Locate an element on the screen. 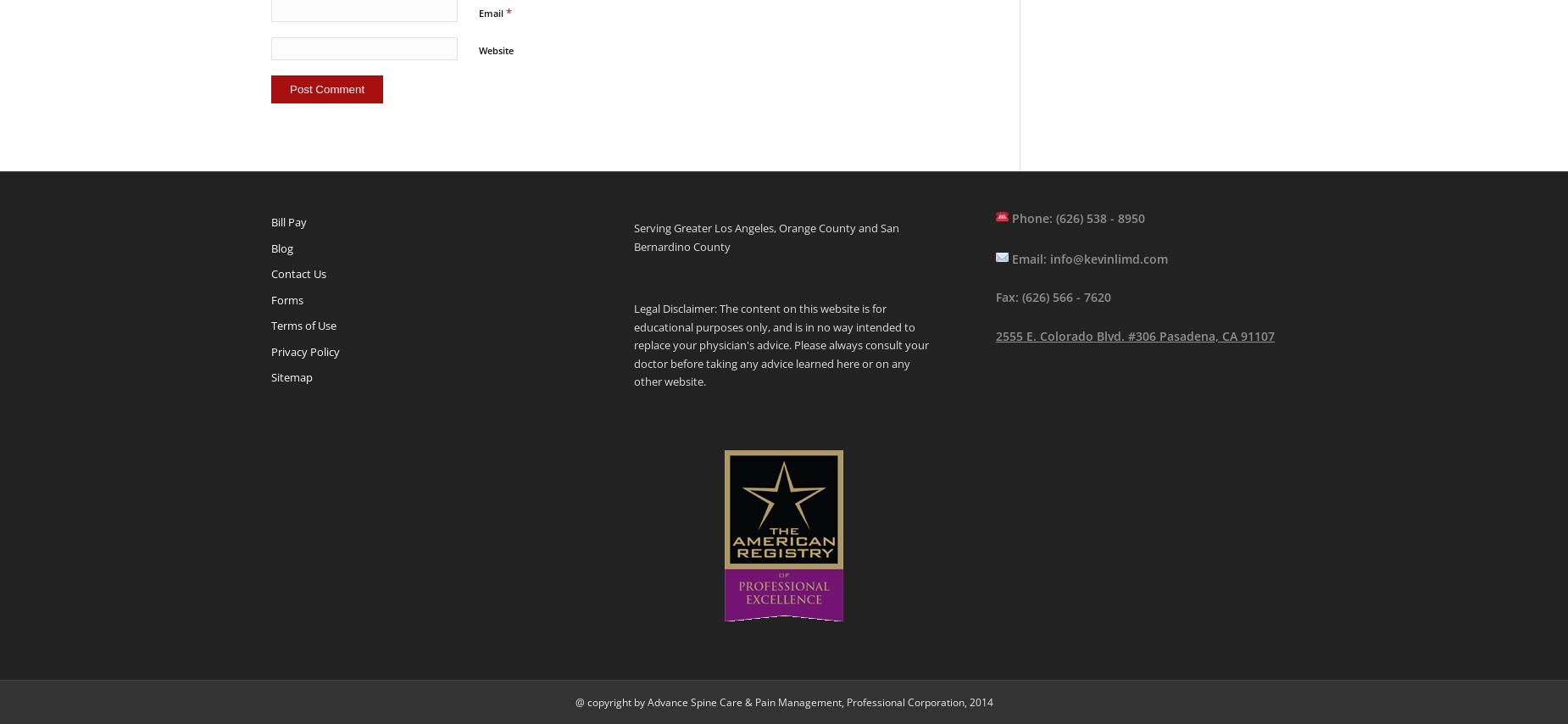 The width and height of the screenshot is (1568, 724). 'Privacy Policy' is located at coordinates (270, 351).